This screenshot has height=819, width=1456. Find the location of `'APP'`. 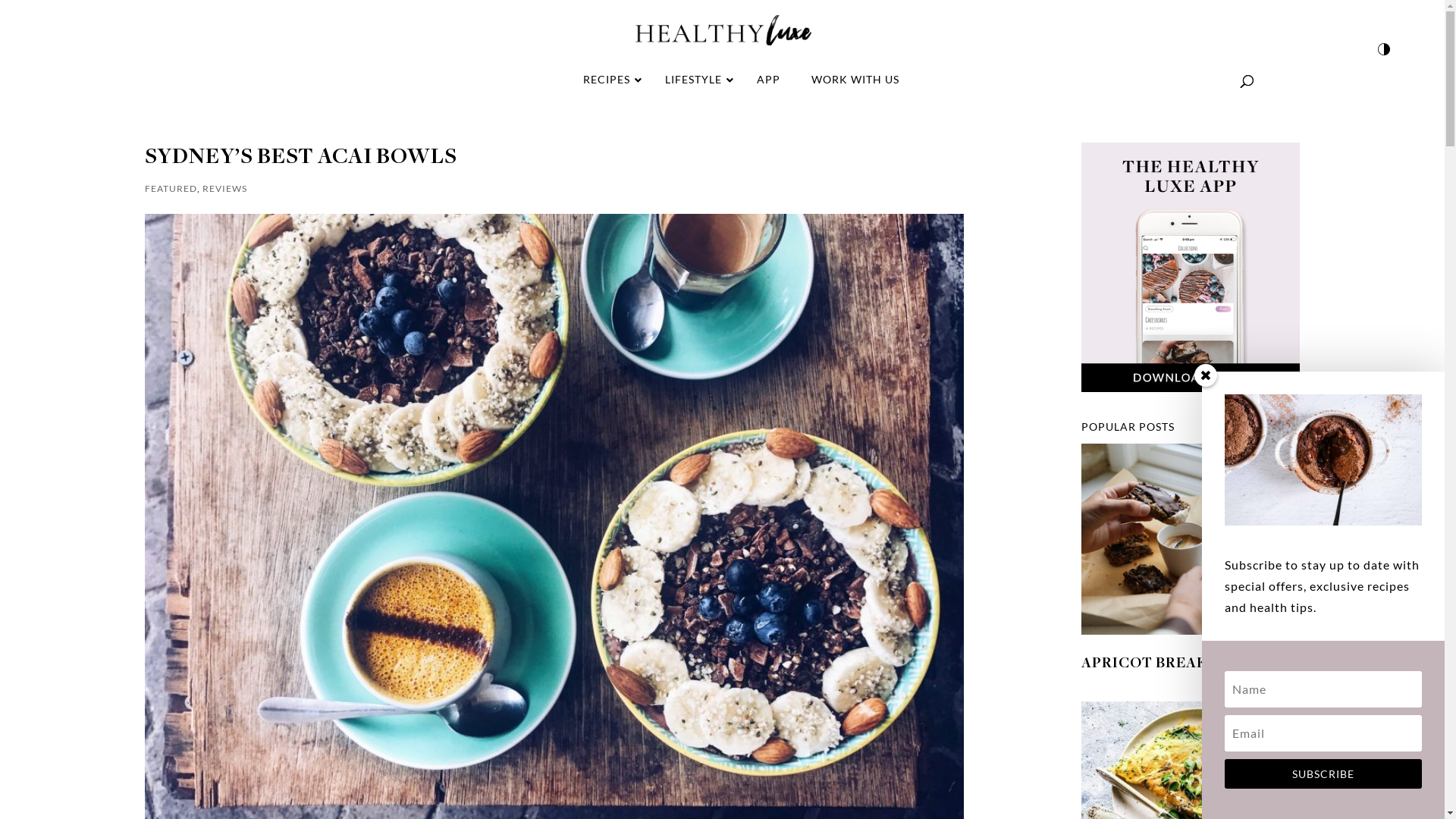

'APP' is located at coordinates (767, 79).